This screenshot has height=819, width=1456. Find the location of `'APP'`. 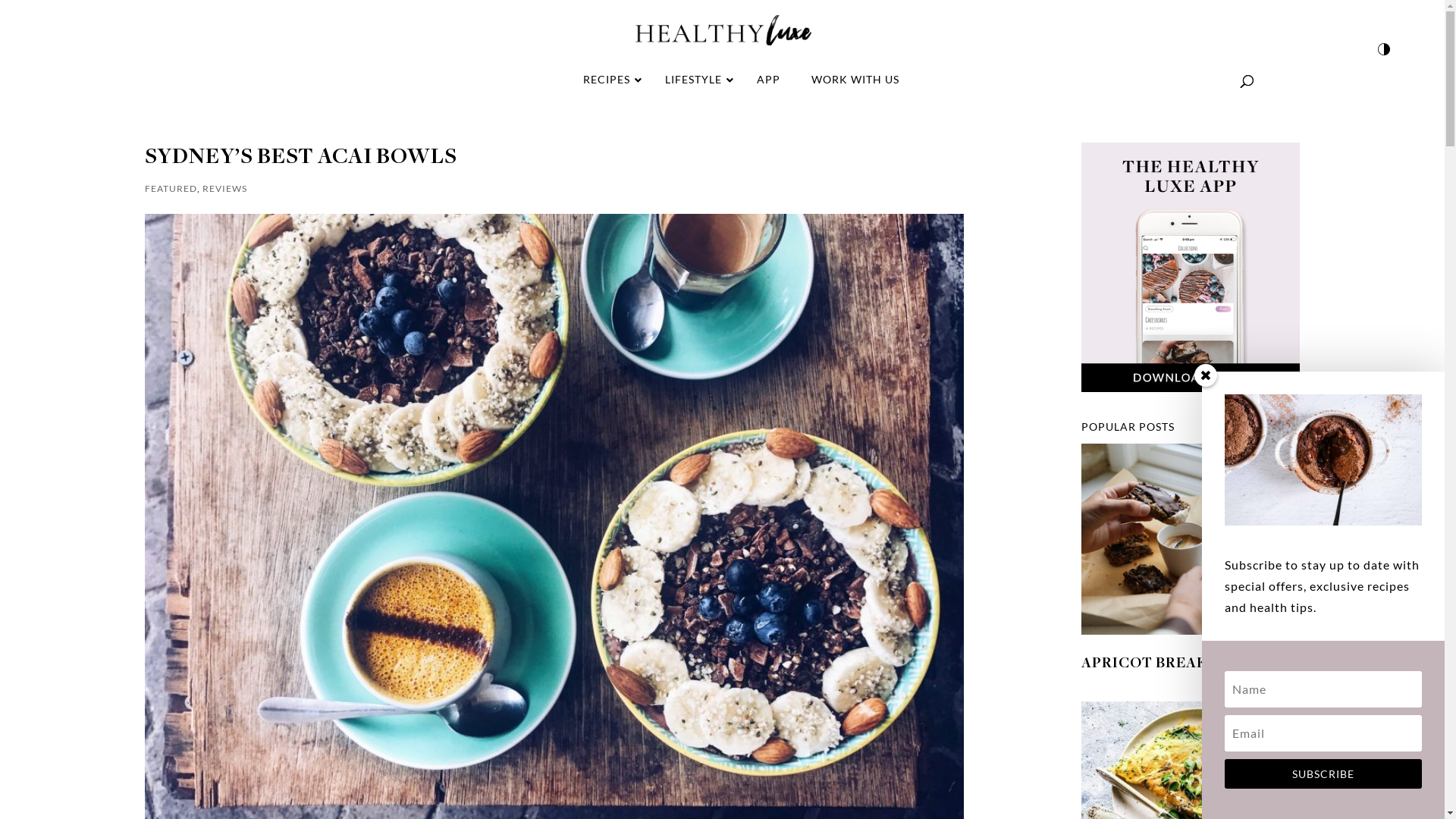

'APP' is located at coordinates (767, 79).